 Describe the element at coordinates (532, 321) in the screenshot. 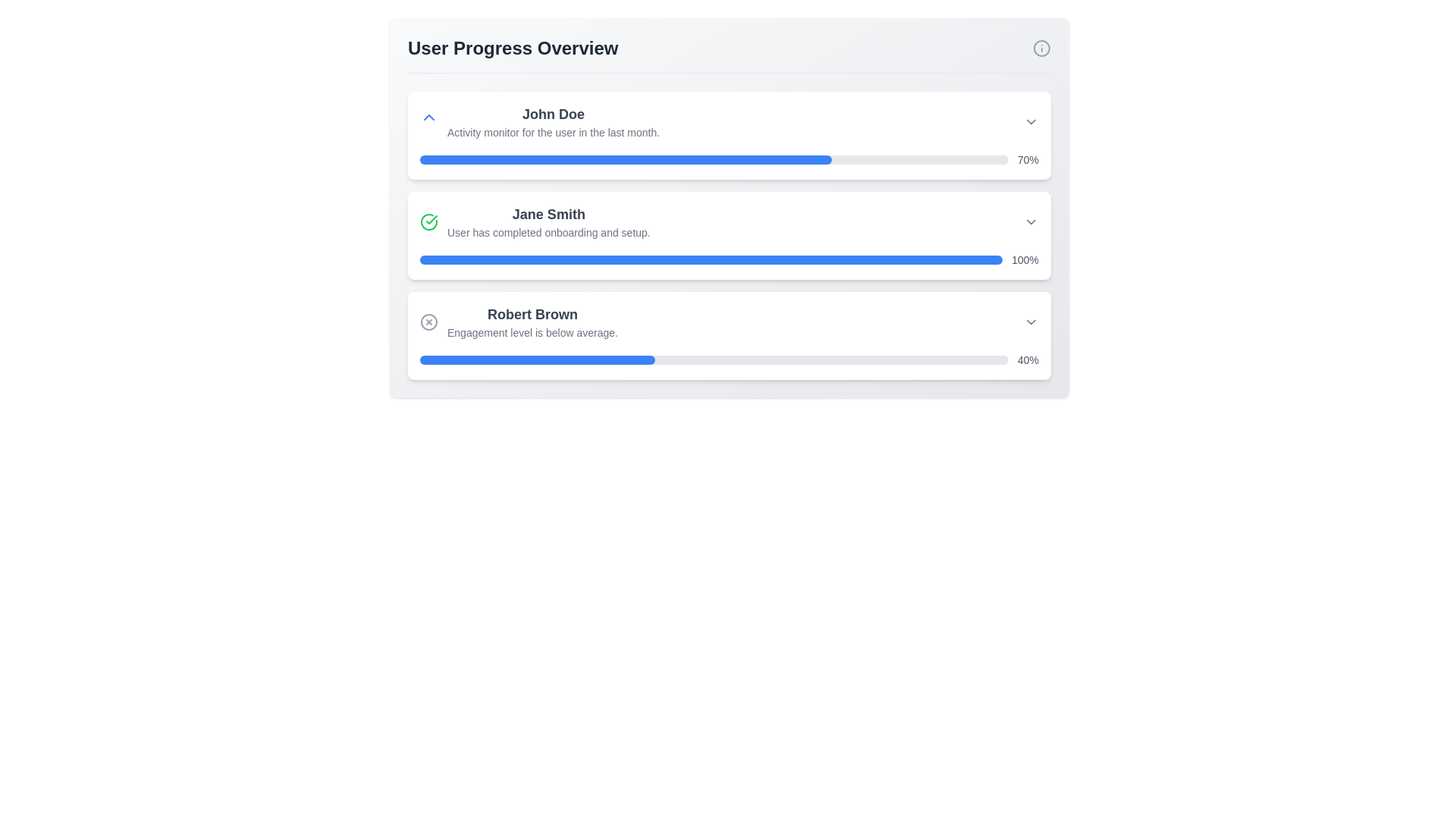

I see `the text block displaying 'Robert Brown' and 'Engagement level is below average.' which is the third element in the 'User Progress Overview' section` at that location.